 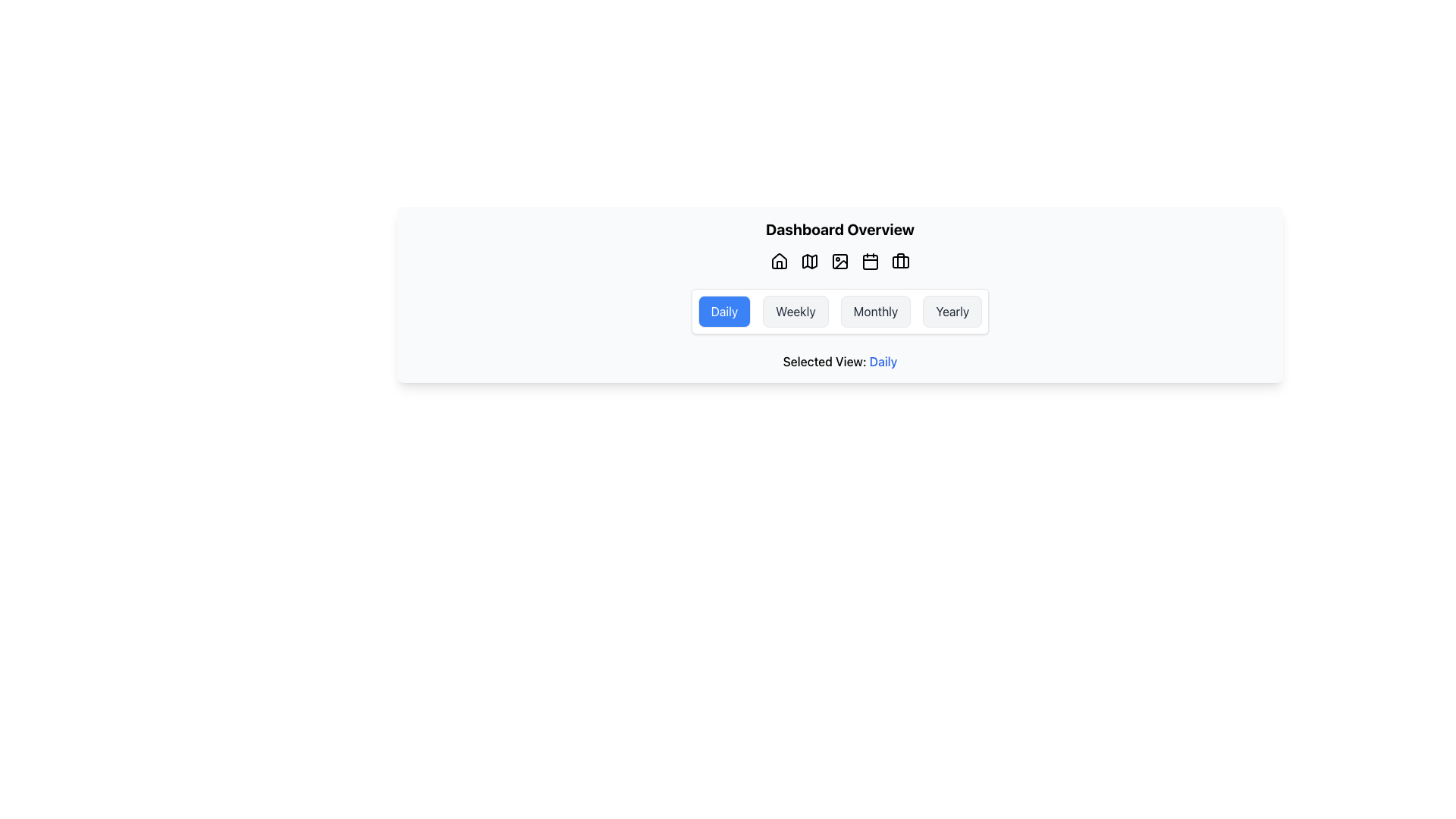 I want to click on the calendar icon, which is the fifth icon from the left beneath the 'Dashboard Overview' heading, so click(x=870, y=262).